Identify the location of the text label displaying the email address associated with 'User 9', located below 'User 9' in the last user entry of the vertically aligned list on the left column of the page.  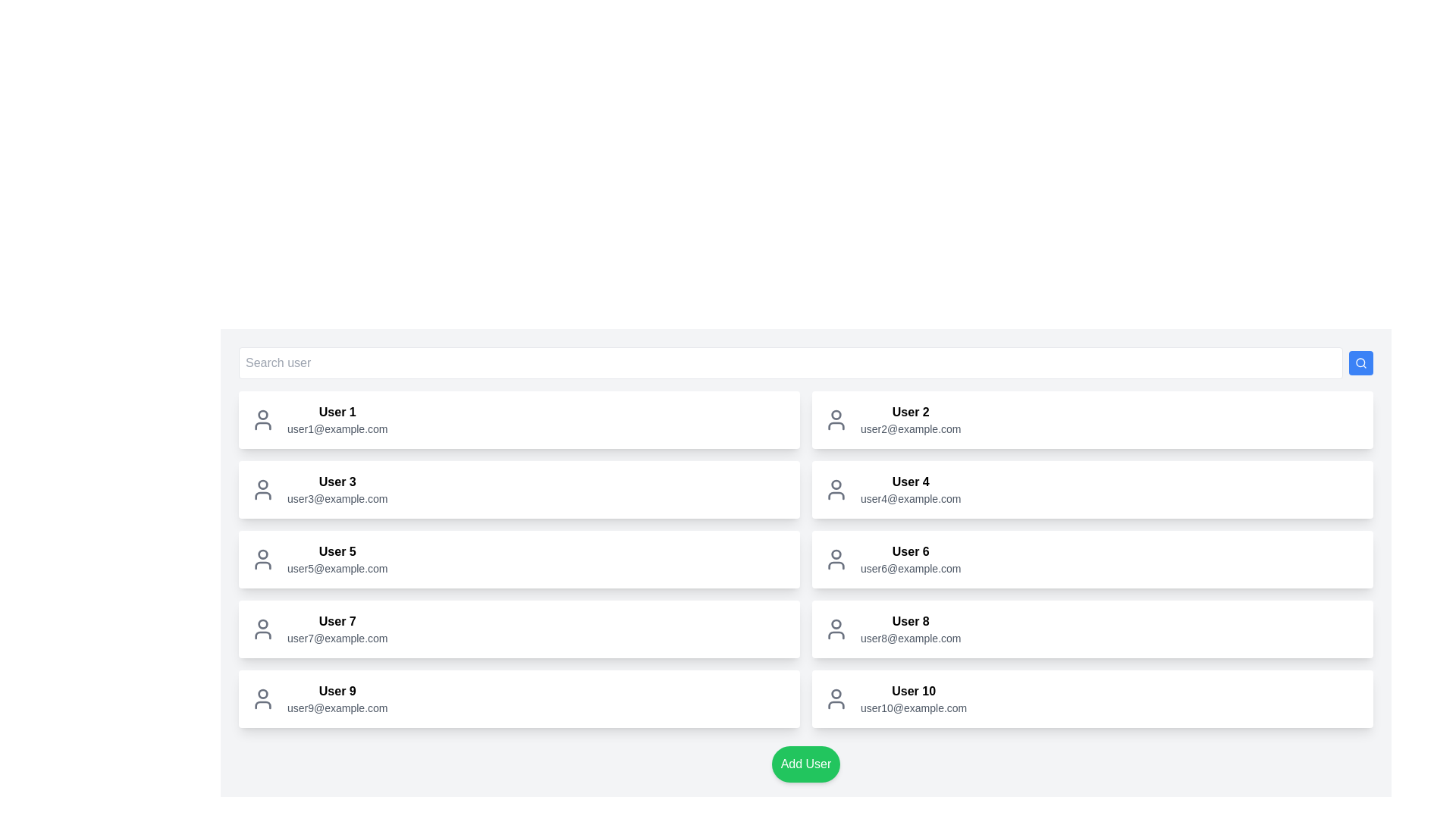
(337, 708).